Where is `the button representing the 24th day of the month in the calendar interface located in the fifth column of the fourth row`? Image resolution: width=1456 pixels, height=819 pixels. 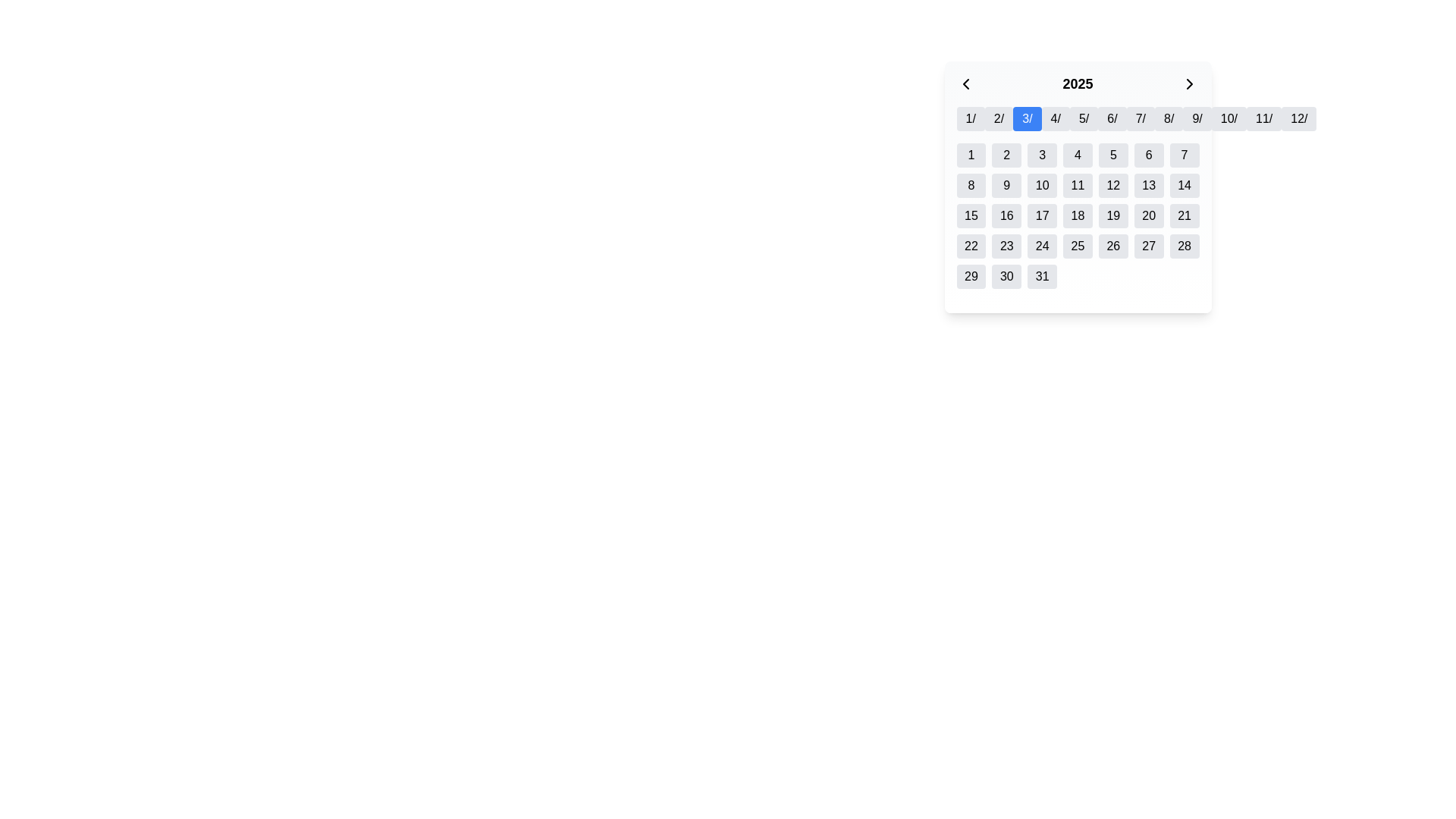 the button representing the 24th day of the month in the calendar interface located in the fifth column of the fourth row is located at coordinates (1040, 245).